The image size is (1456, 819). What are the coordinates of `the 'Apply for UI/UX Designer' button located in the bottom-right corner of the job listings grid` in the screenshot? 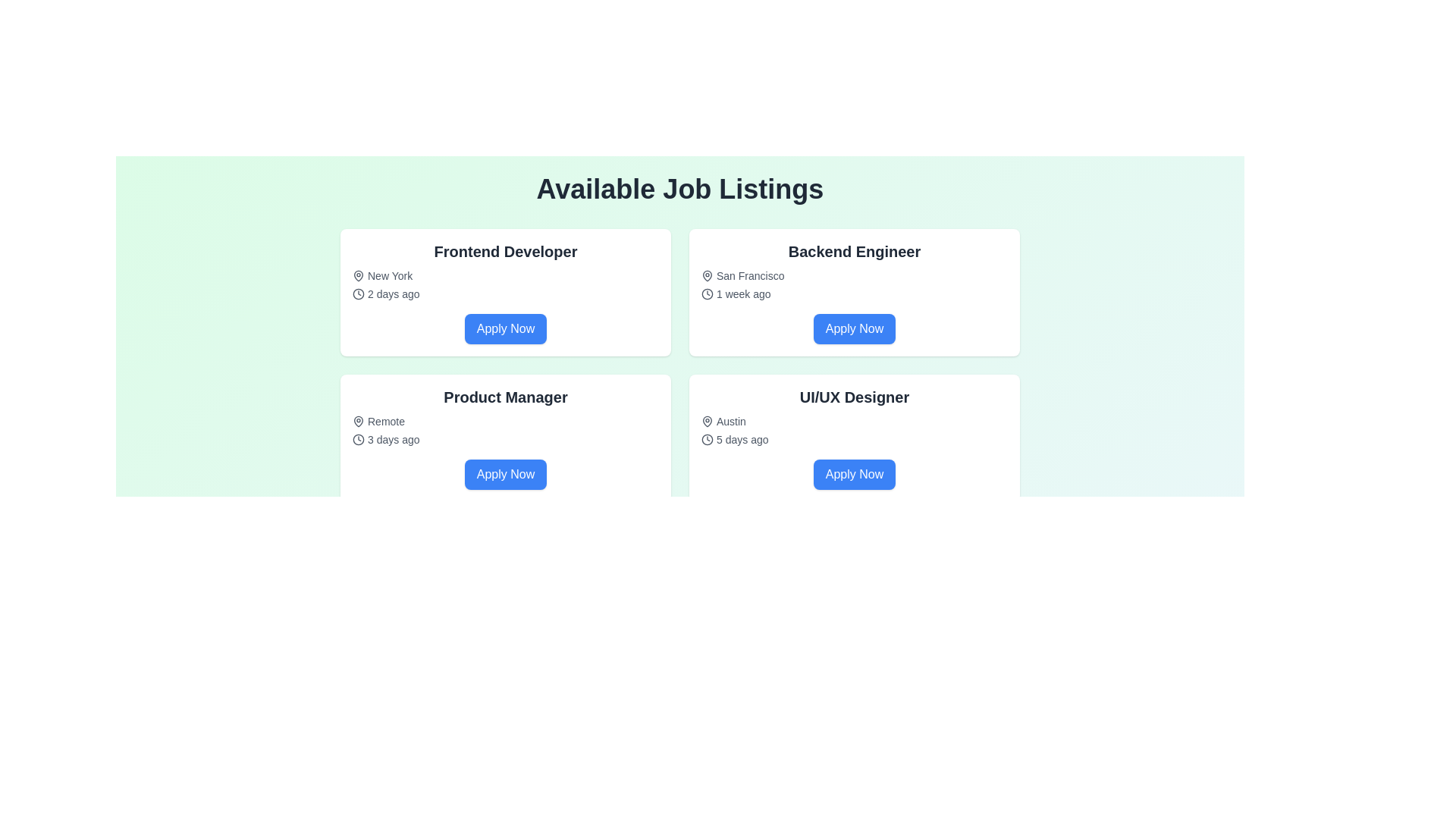 It's located at (855, 473).